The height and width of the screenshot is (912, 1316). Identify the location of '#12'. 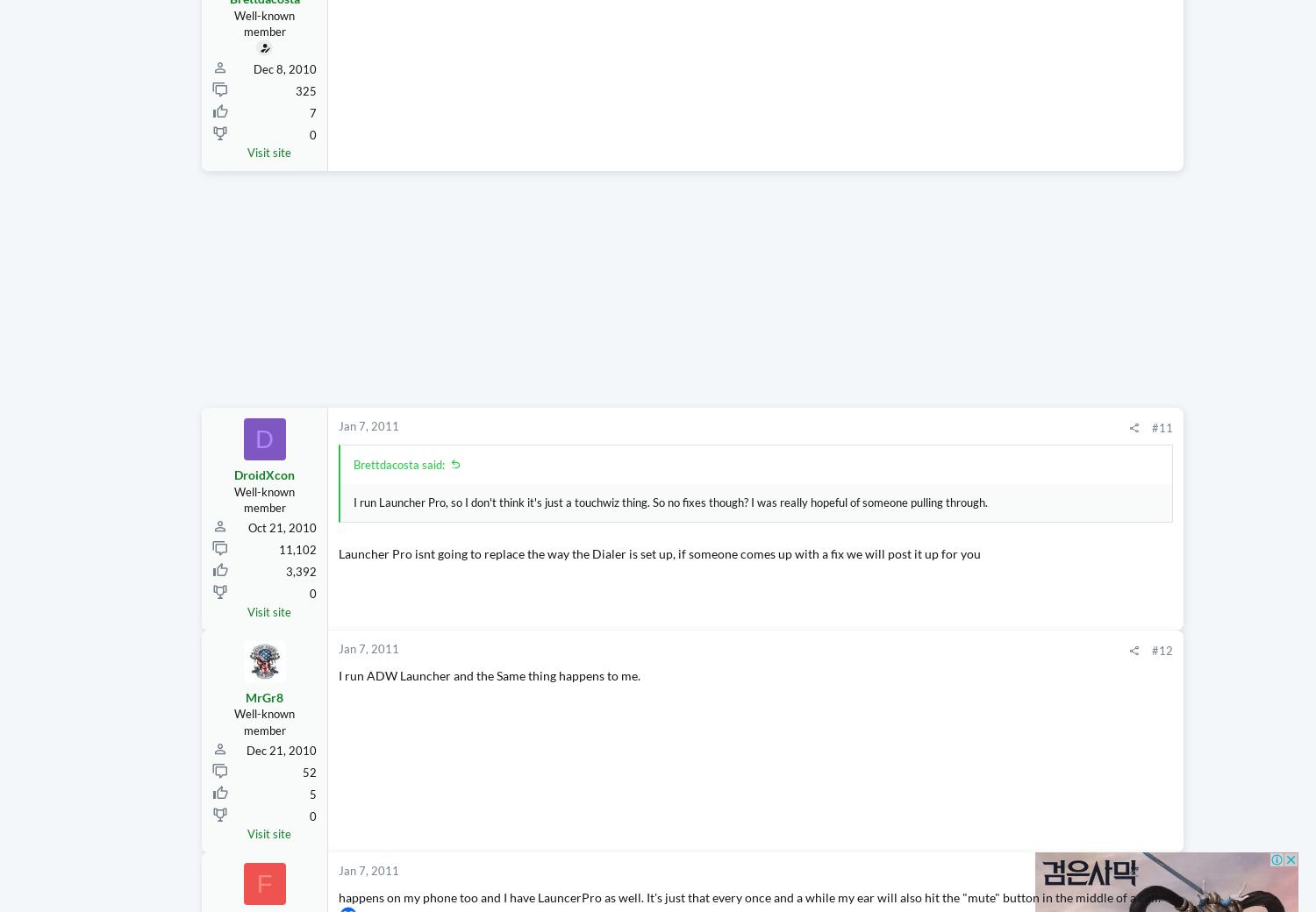
(996, 682).